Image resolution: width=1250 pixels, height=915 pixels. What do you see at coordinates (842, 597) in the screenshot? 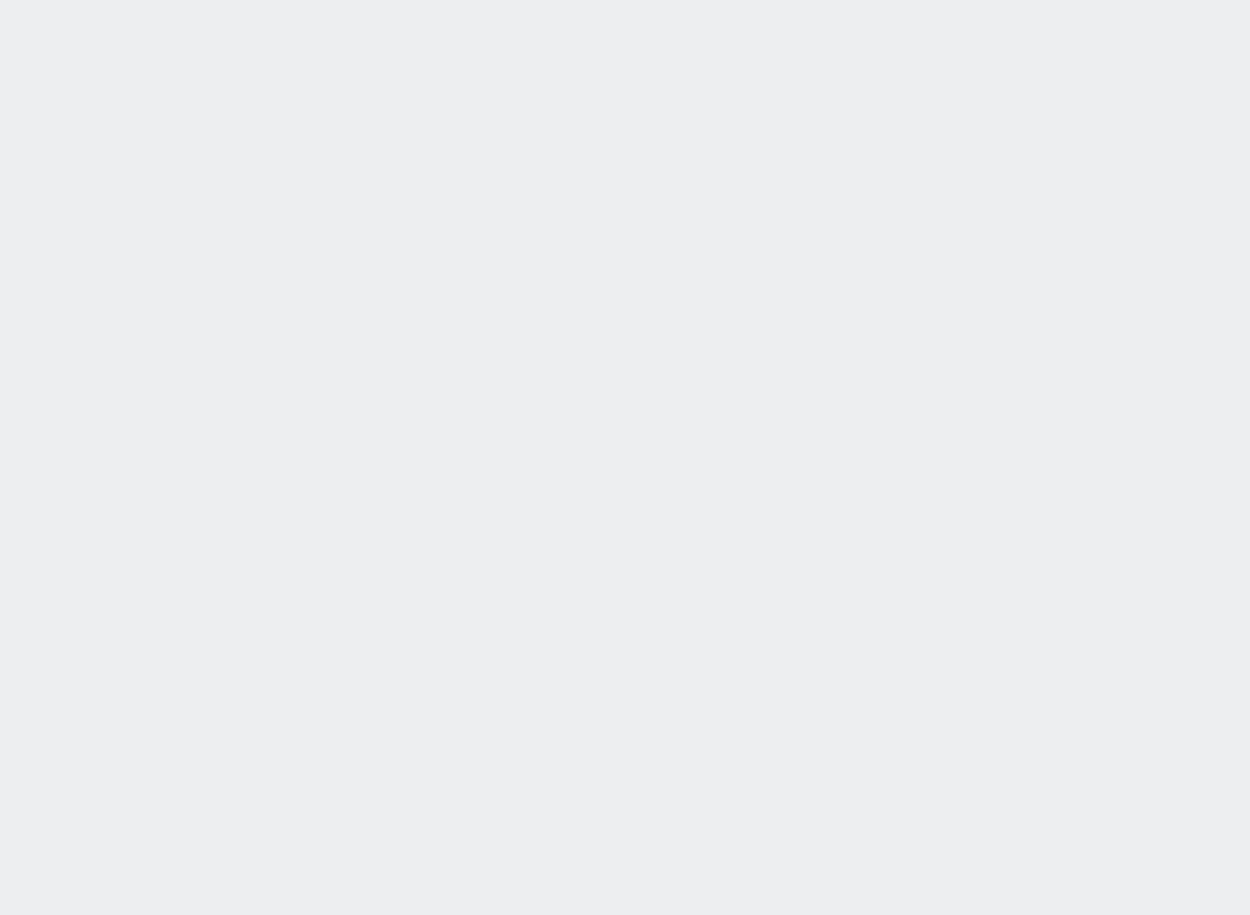
I see `'24. North Carolina'` at bounding box center [842, 597].